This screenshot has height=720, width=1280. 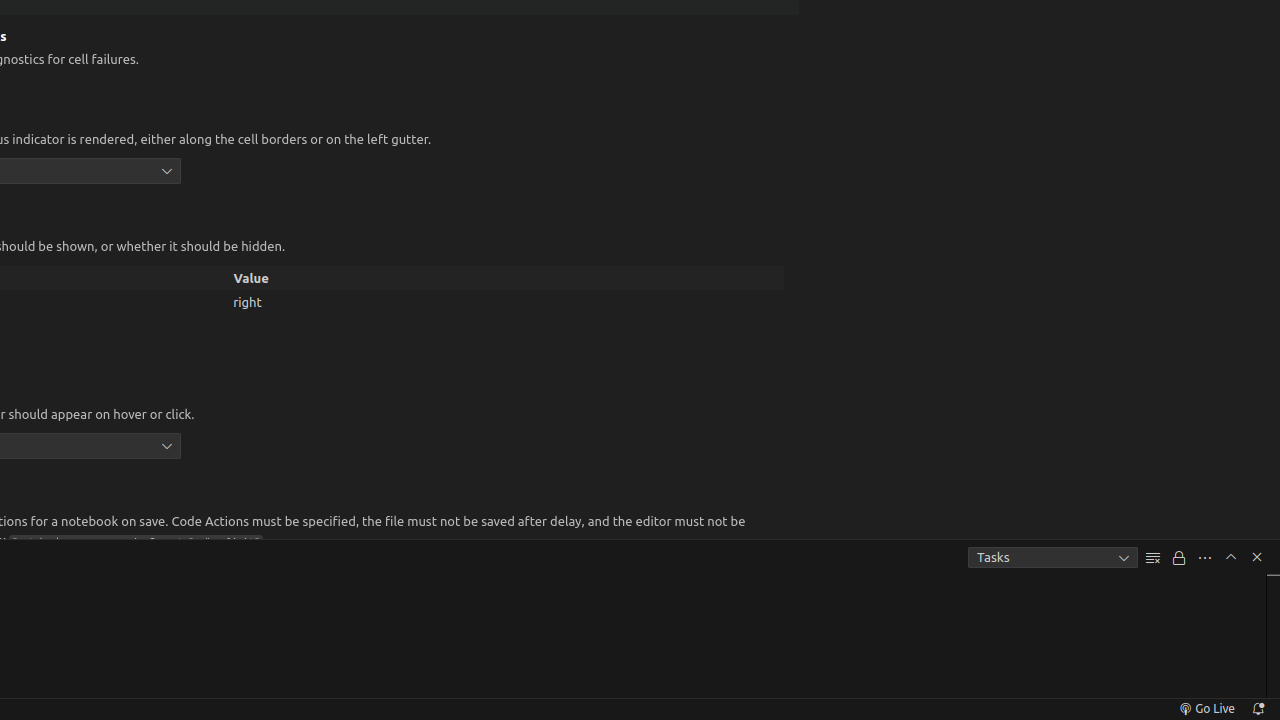 I want to click on 'broadcast Go Live, Click to run live server', so click(x=1205, y=707).